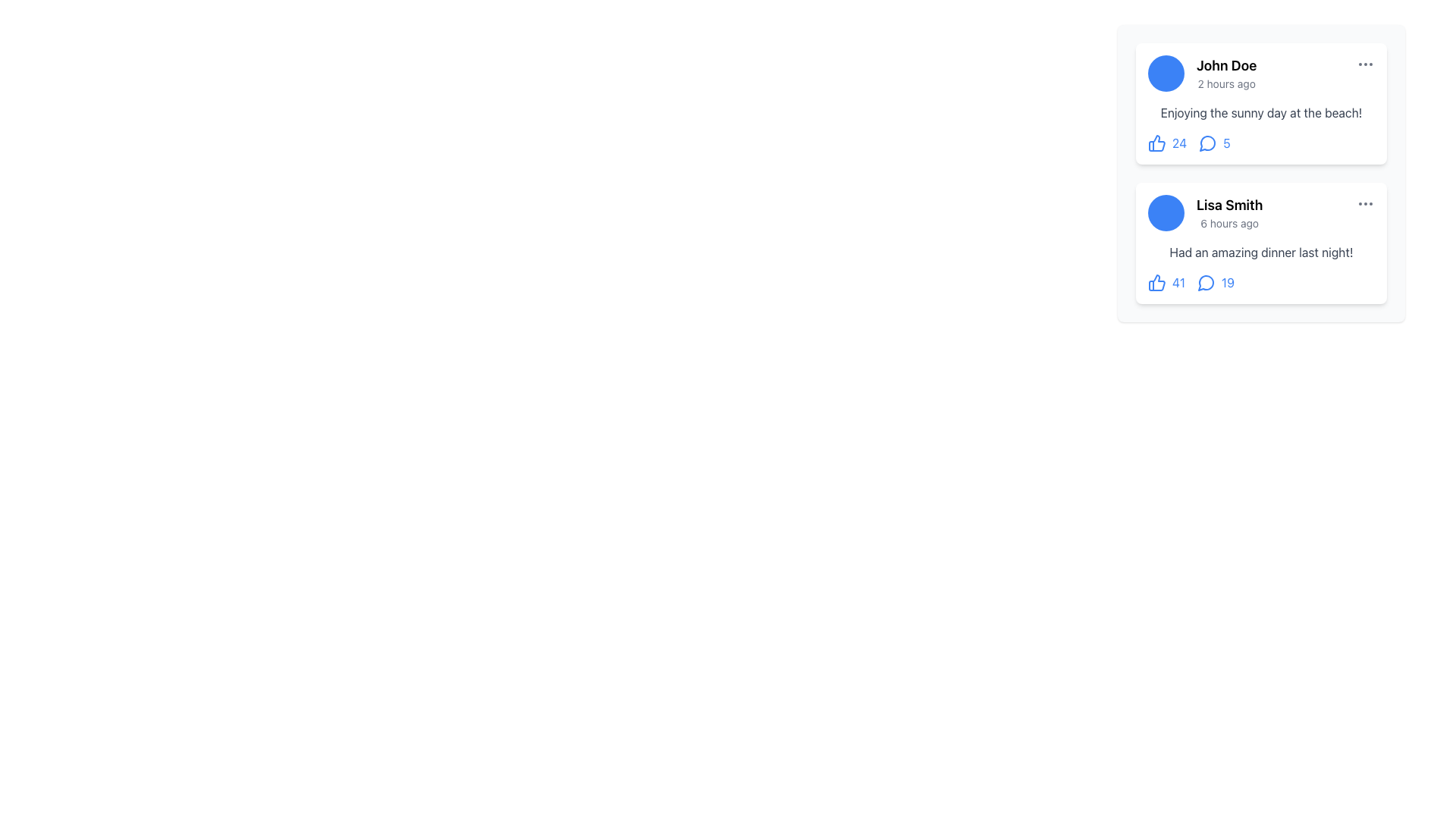 This screenshot has height=819, width=1456. Describe the element at coordinates (1365, 203) in the screenshot. I see `the Icon button represented by three vertical gray dots located at the top-right corner of 'Lisa Smith's' post` at that location.